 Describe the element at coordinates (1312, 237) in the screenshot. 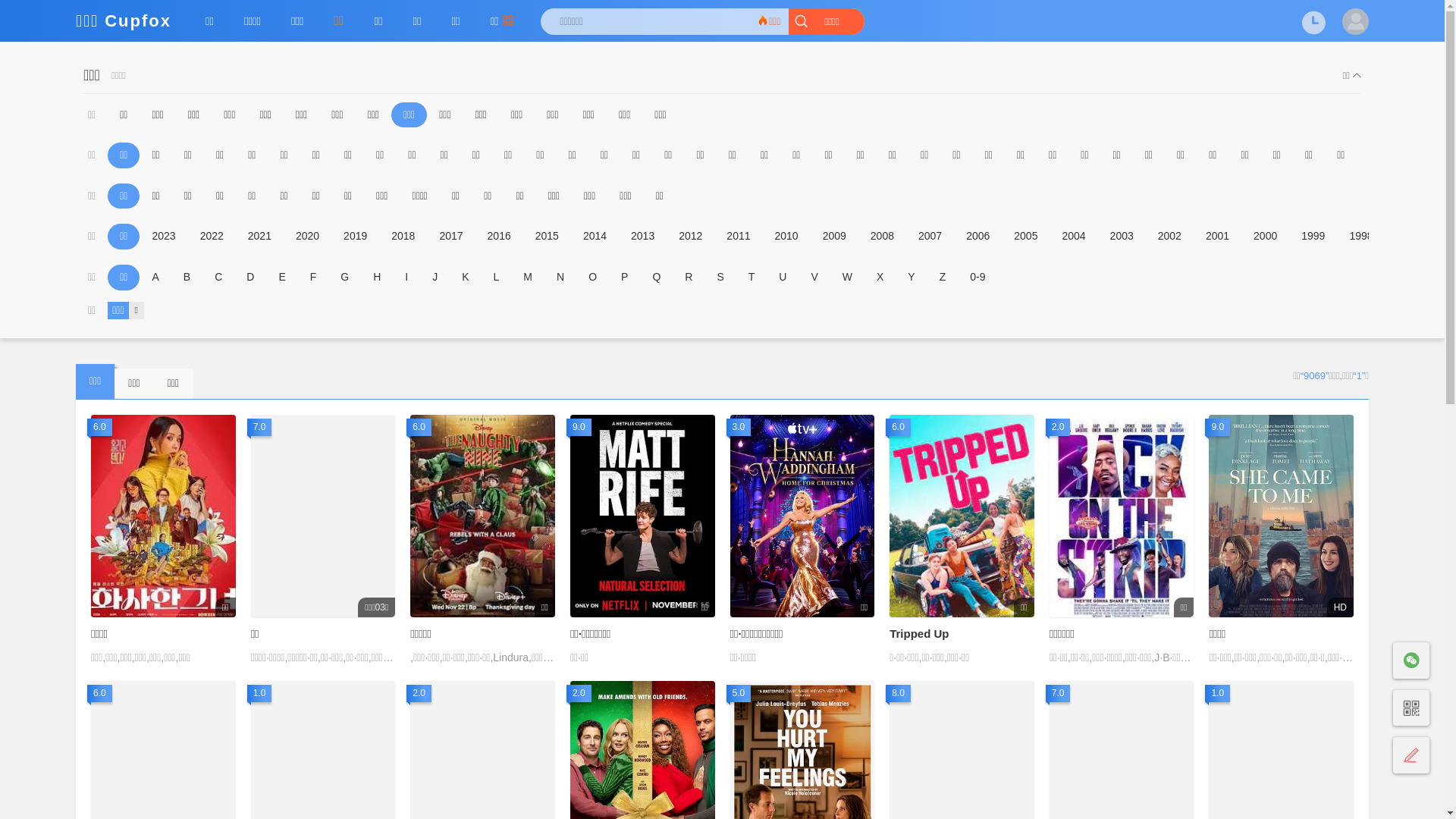

I see `'1999'` at that location.